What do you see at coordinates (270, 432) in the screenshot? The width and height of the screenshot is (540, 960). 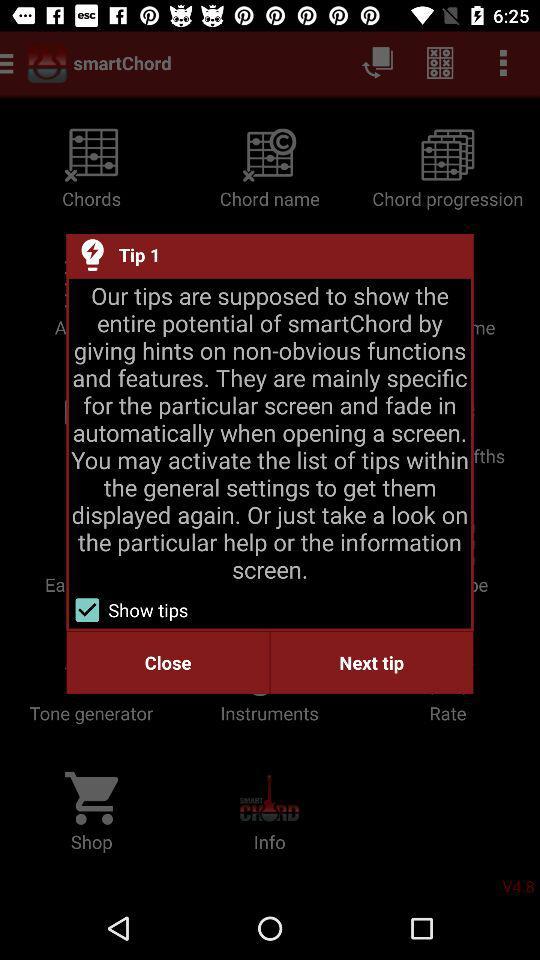 I see `the item above show tips` at bounding box center [270, 432].